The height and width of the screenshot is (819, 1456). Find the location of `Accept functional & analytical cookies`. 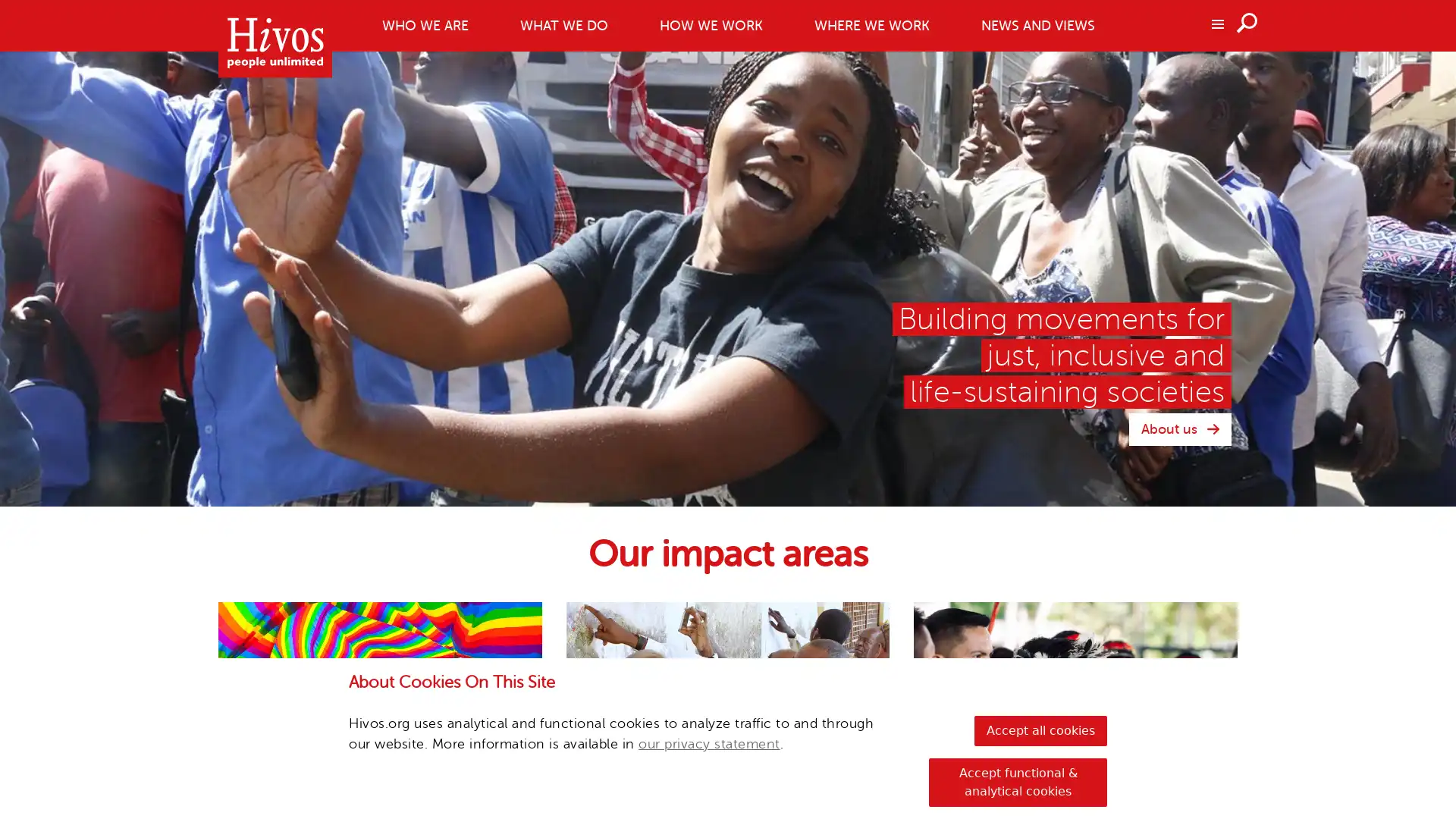

Accept functional & analytical cookies is located at coordinates (1018, 783).